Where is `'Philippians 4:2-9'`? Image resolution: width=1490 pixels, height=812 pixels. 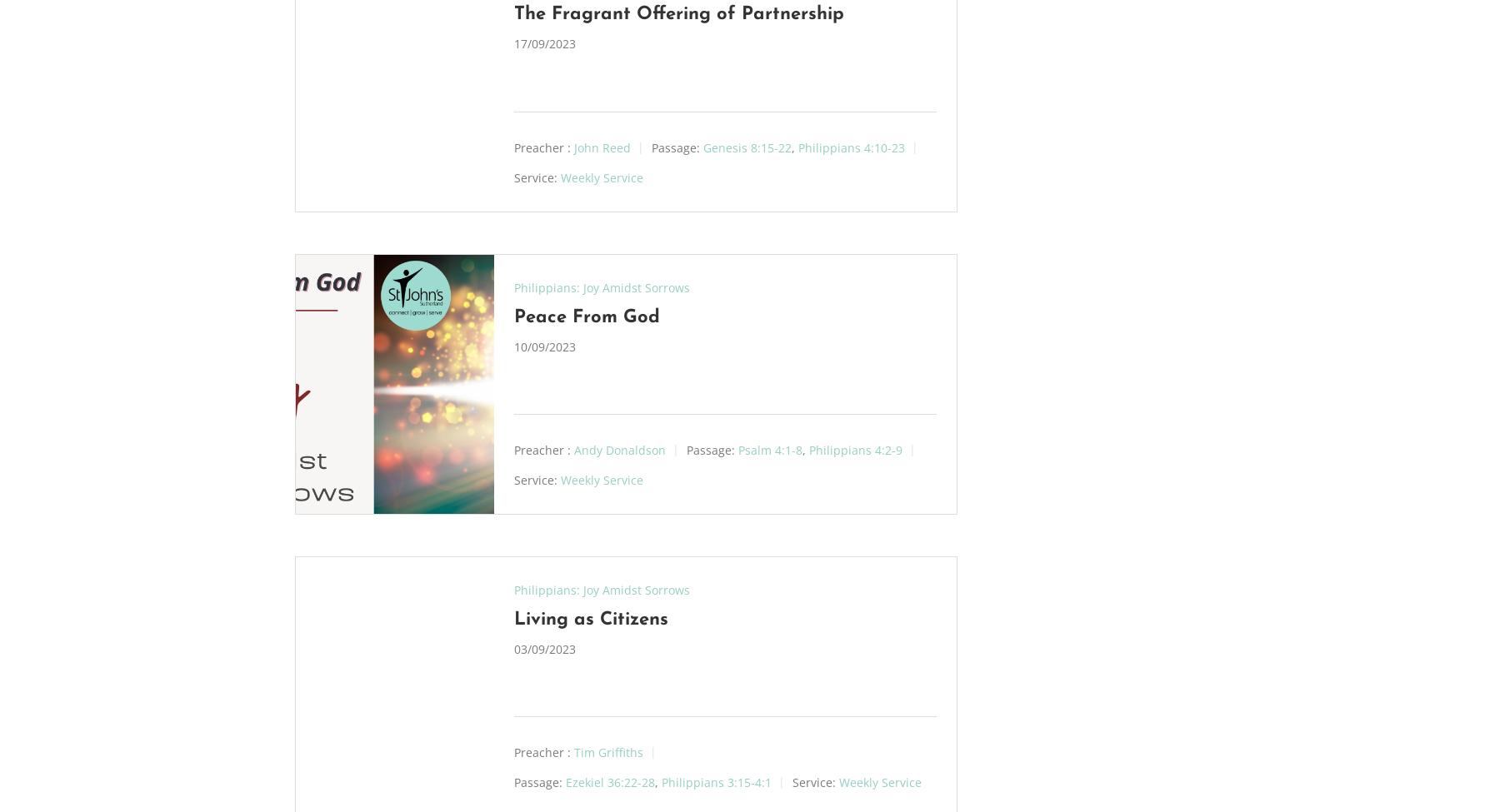 'Philippians 4:2-9' is located at coordinates (854, 449).